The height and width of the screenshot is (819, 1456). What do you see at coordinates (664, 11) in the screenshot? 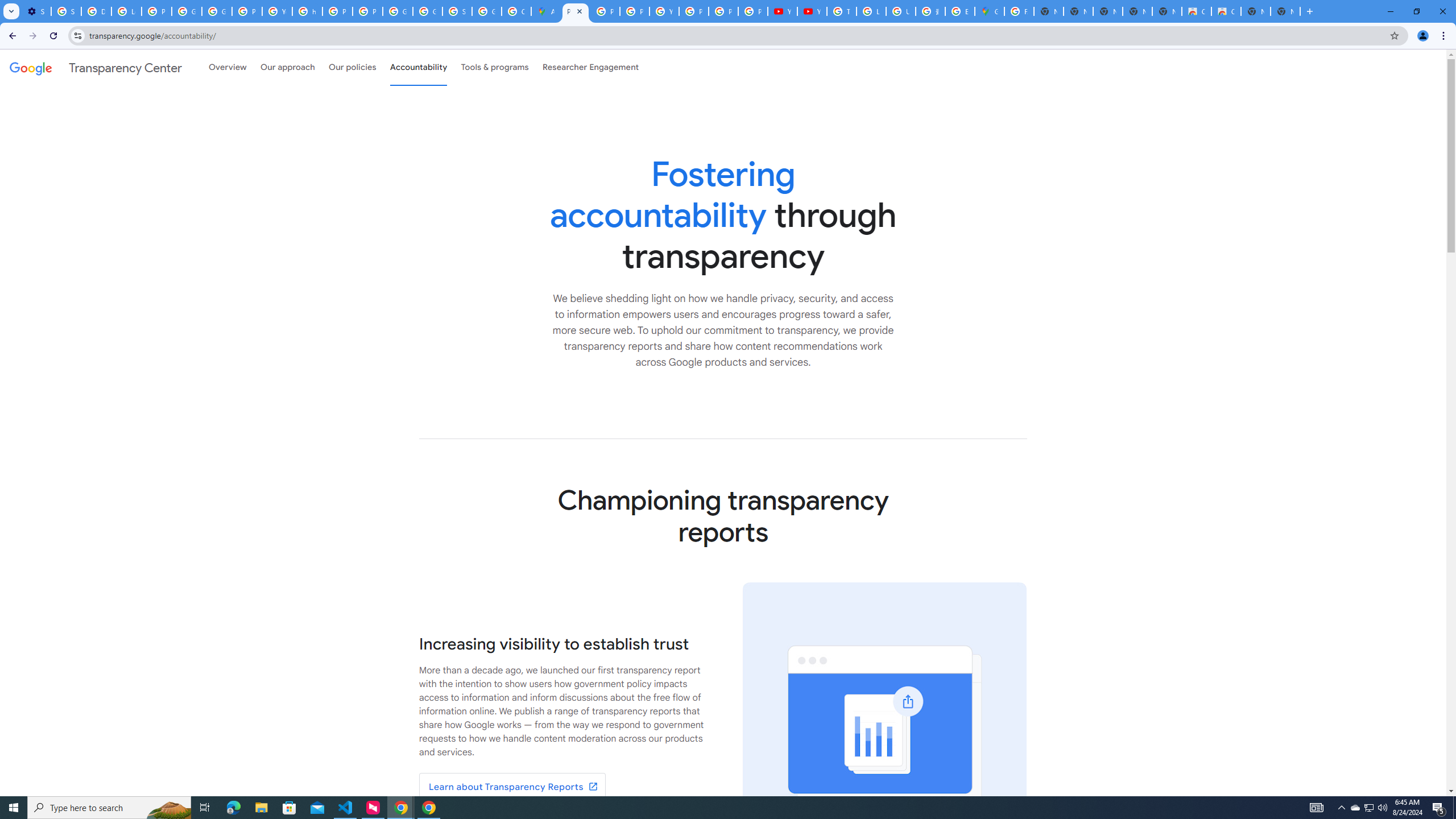
I see `'YouTube'` at bounding box center [664, 11].